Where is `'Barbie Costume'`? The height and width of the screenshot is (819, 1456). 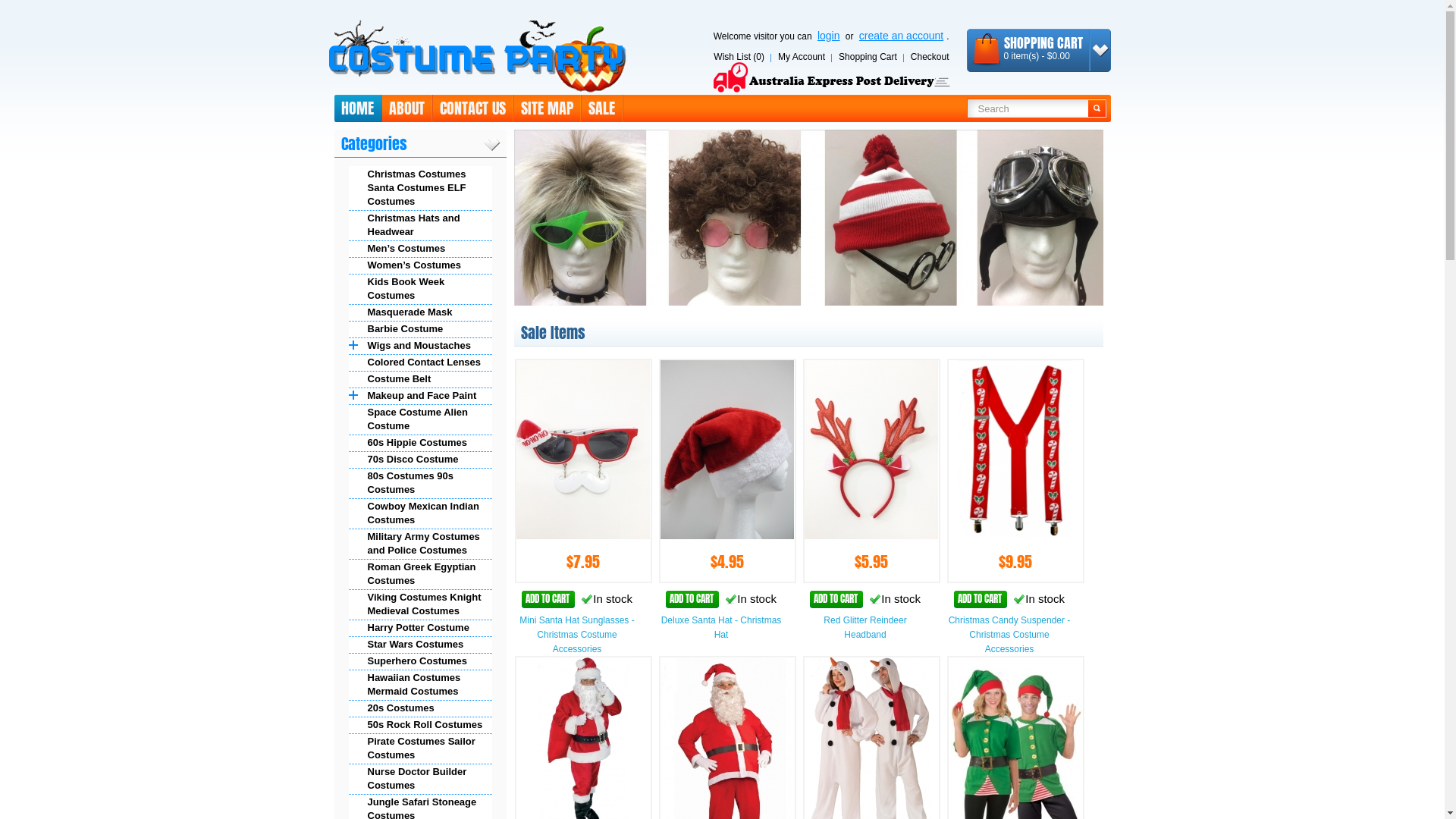 'Barbie Costume' is located at coordinates (420, 328).